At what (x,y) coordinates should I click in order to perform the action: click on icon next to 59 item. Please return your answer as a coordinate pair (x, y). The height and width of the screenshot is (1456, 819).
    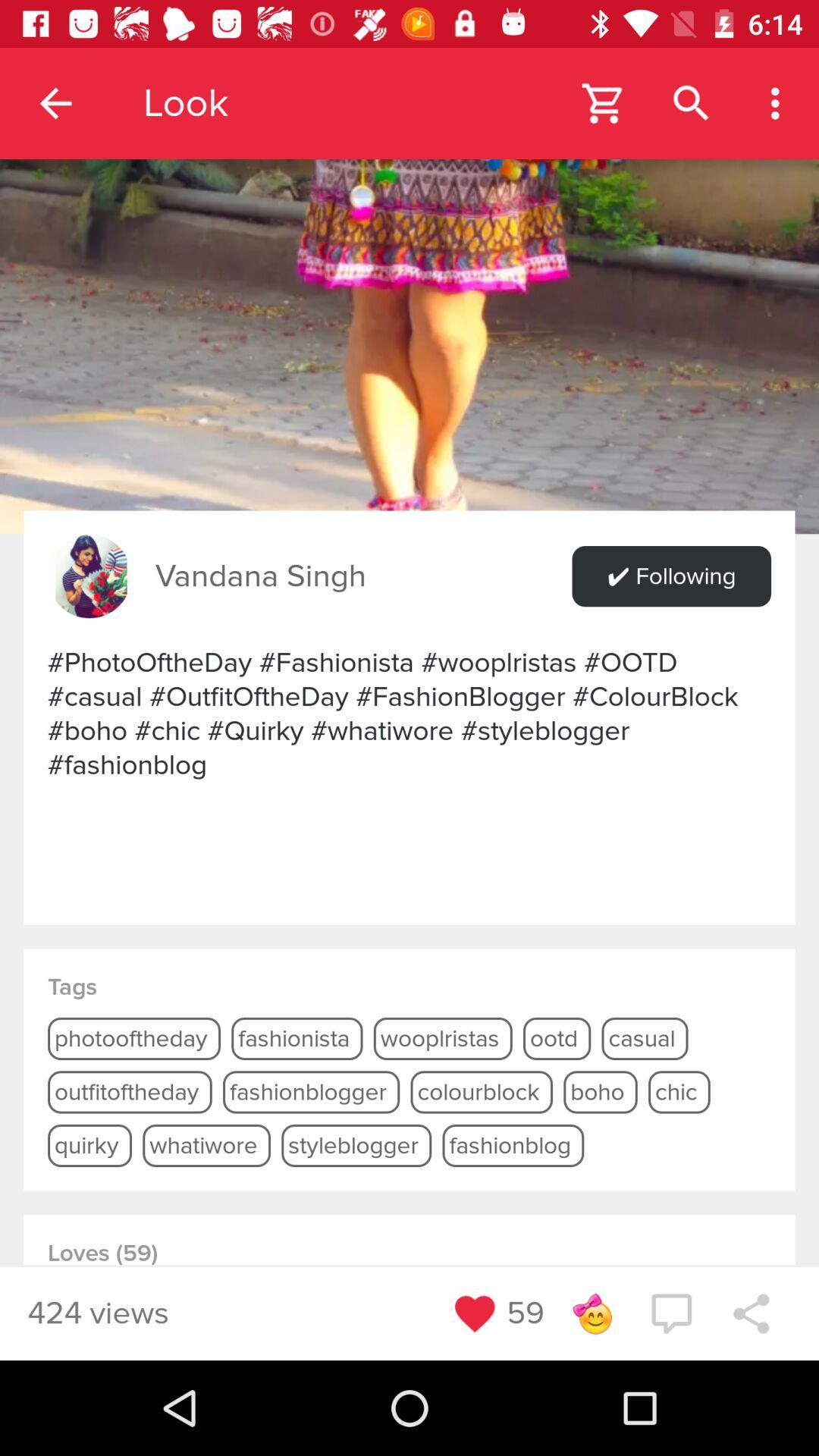
    Looking at the image, I should click on (591, 1313).